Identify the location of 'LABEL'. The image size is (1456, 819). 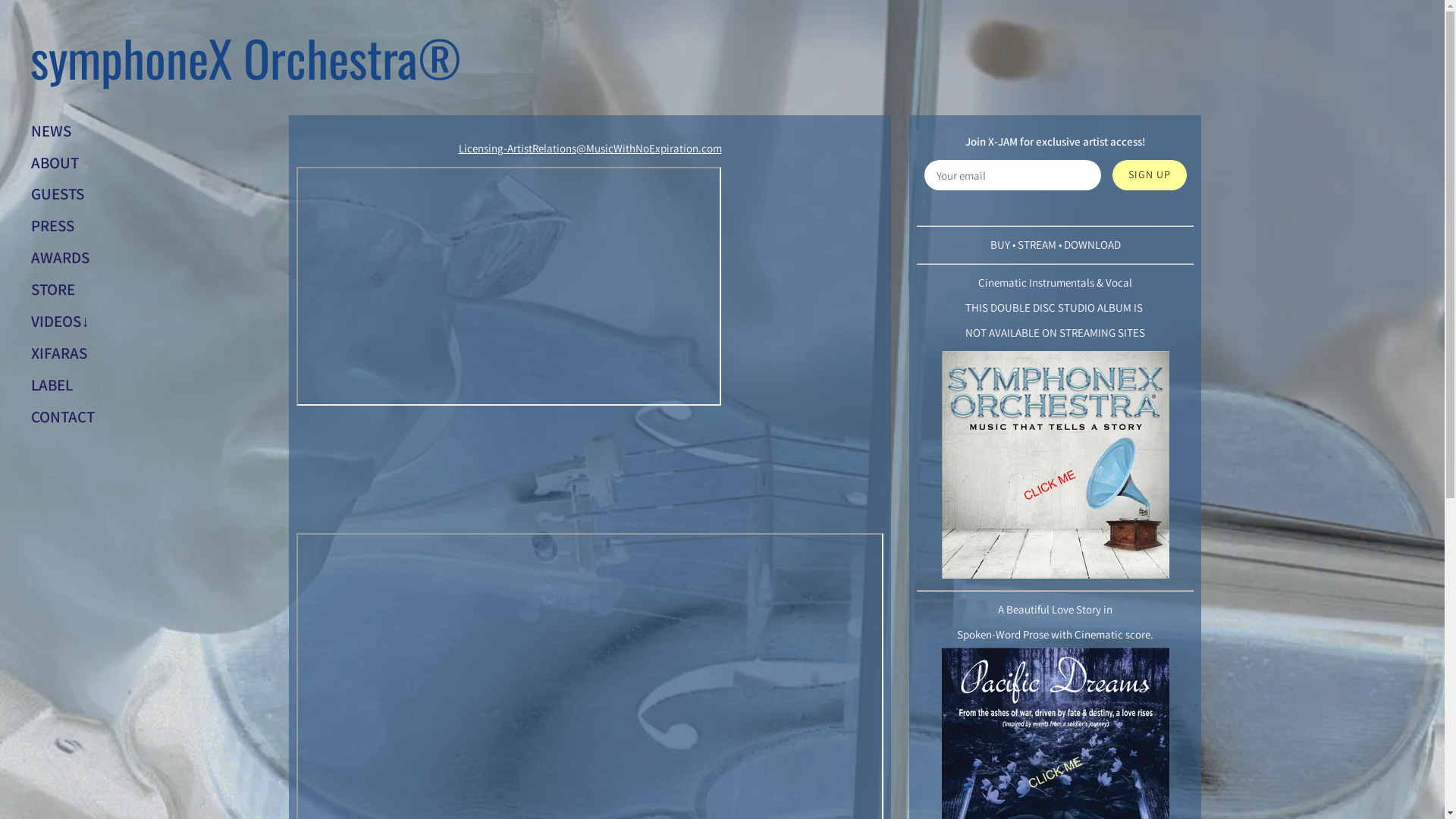
(52, 384).